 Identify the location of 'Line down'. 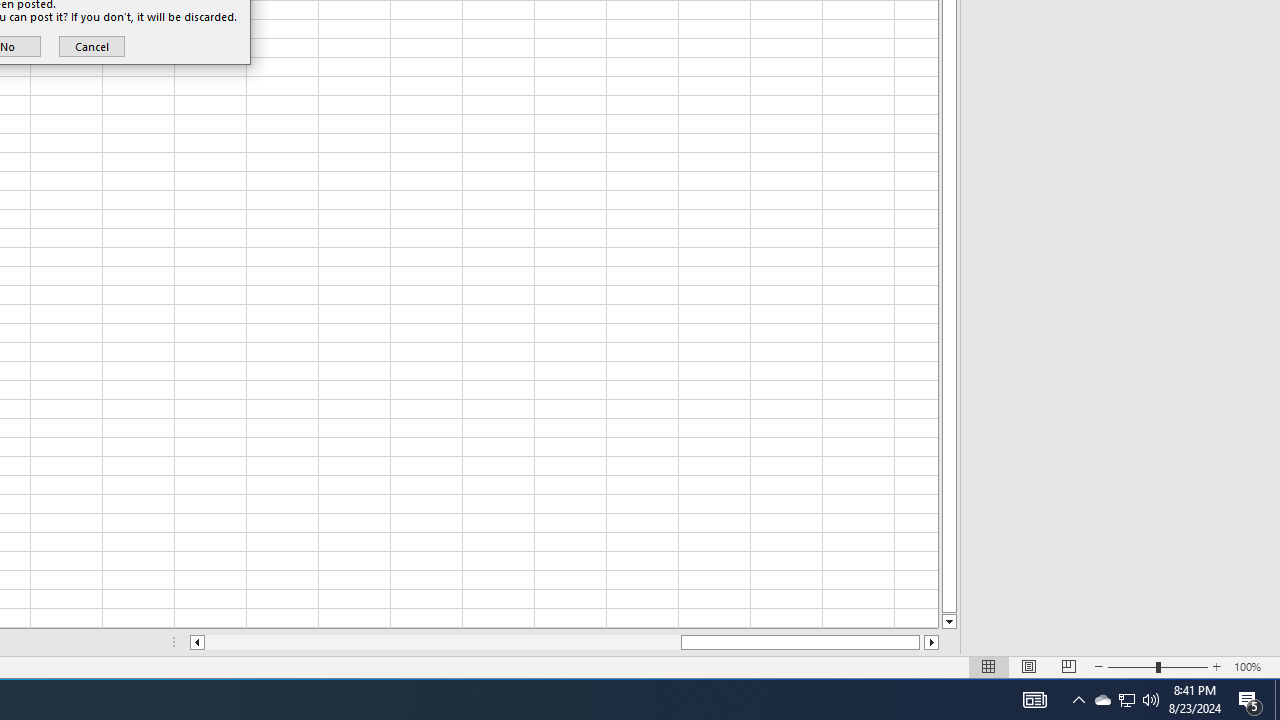
(948, 621).